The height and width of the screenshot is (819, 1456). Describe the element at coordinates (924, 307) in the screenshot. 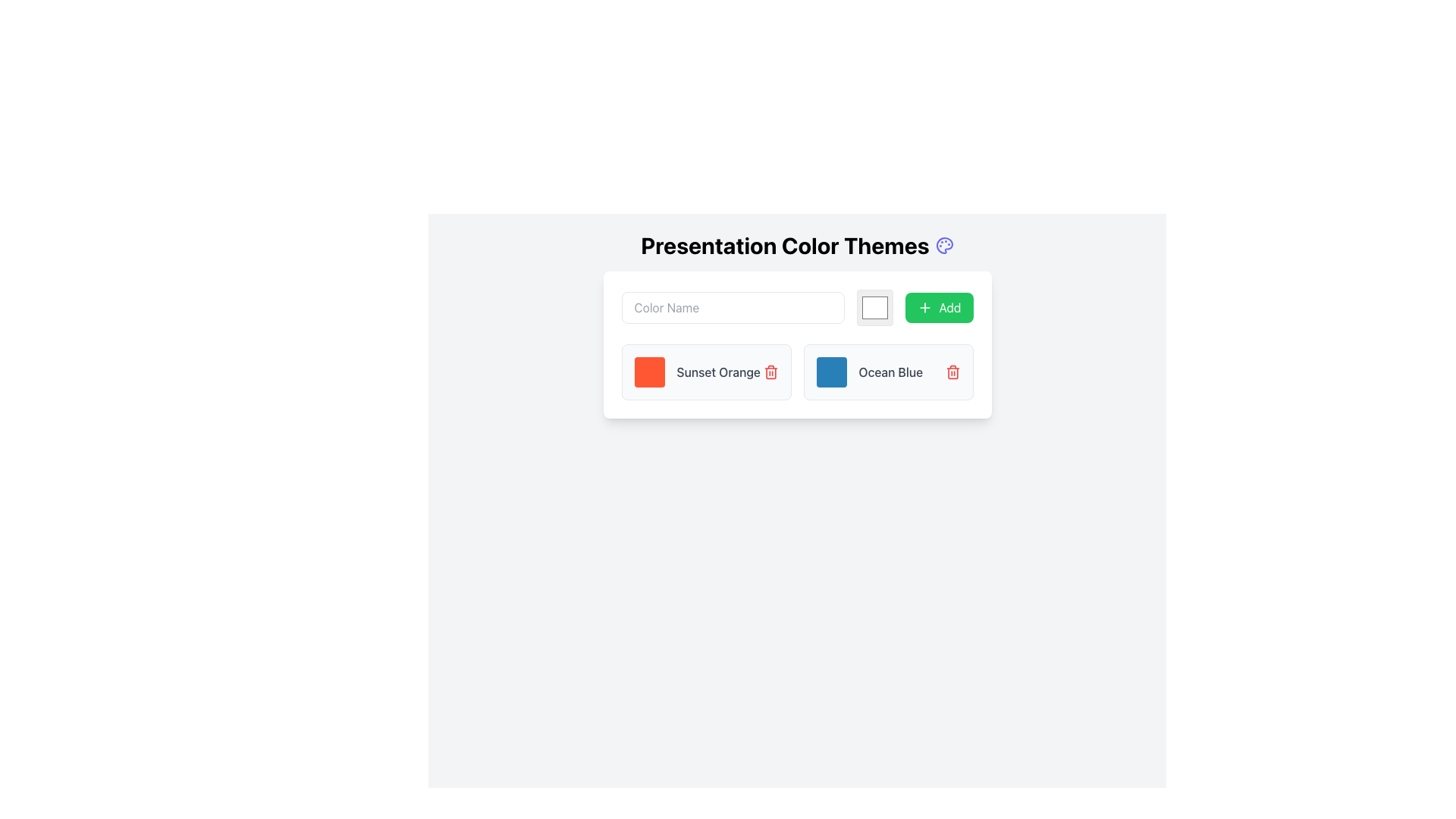

I see `the '+' SVG icon within the green 'Add' button located in the upper-right section of the 'Presentation Color Themes' panel` at that location.